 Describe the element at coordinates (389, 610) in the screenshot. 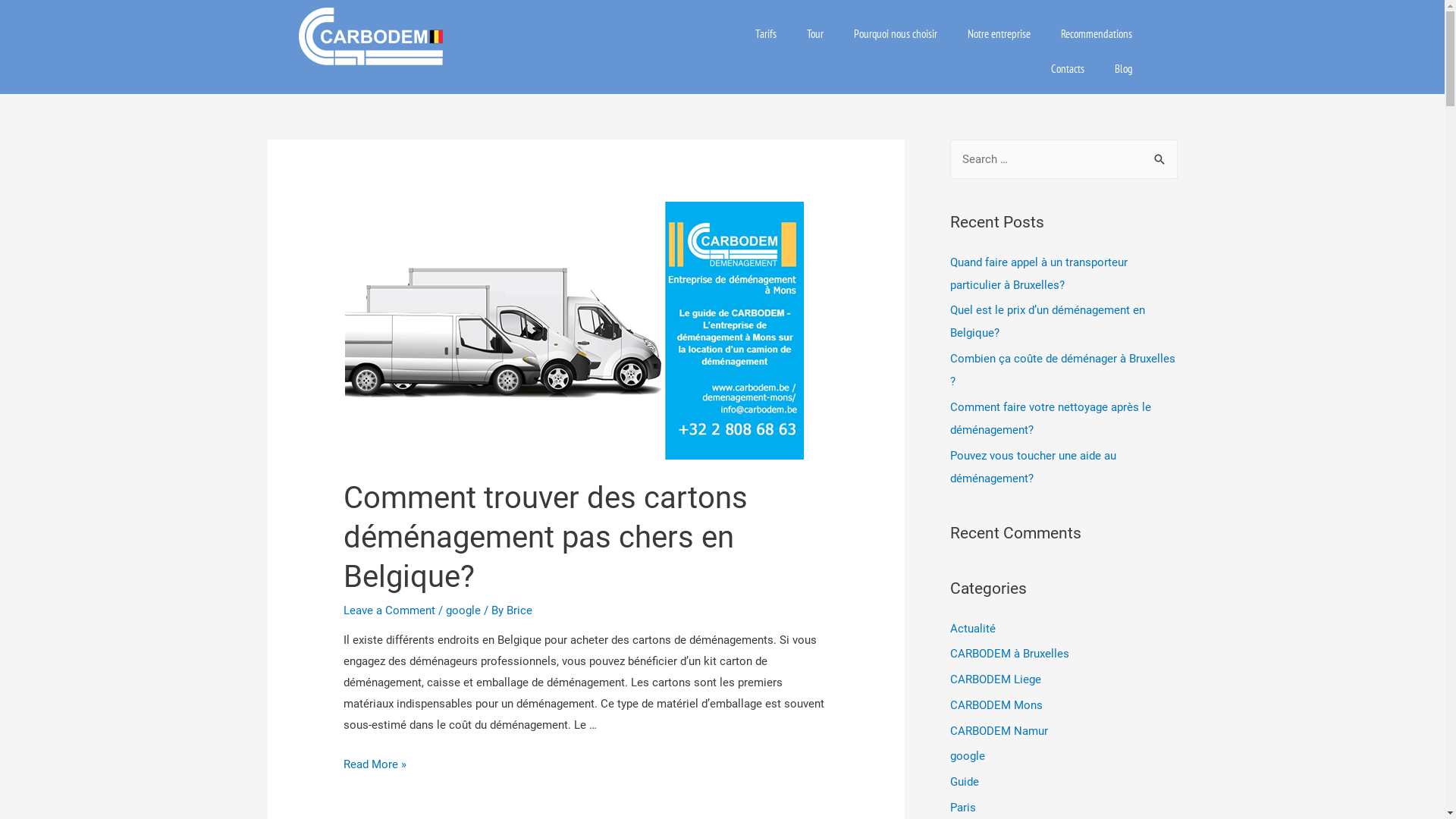

I see `'Leave a Comment'` at that location.